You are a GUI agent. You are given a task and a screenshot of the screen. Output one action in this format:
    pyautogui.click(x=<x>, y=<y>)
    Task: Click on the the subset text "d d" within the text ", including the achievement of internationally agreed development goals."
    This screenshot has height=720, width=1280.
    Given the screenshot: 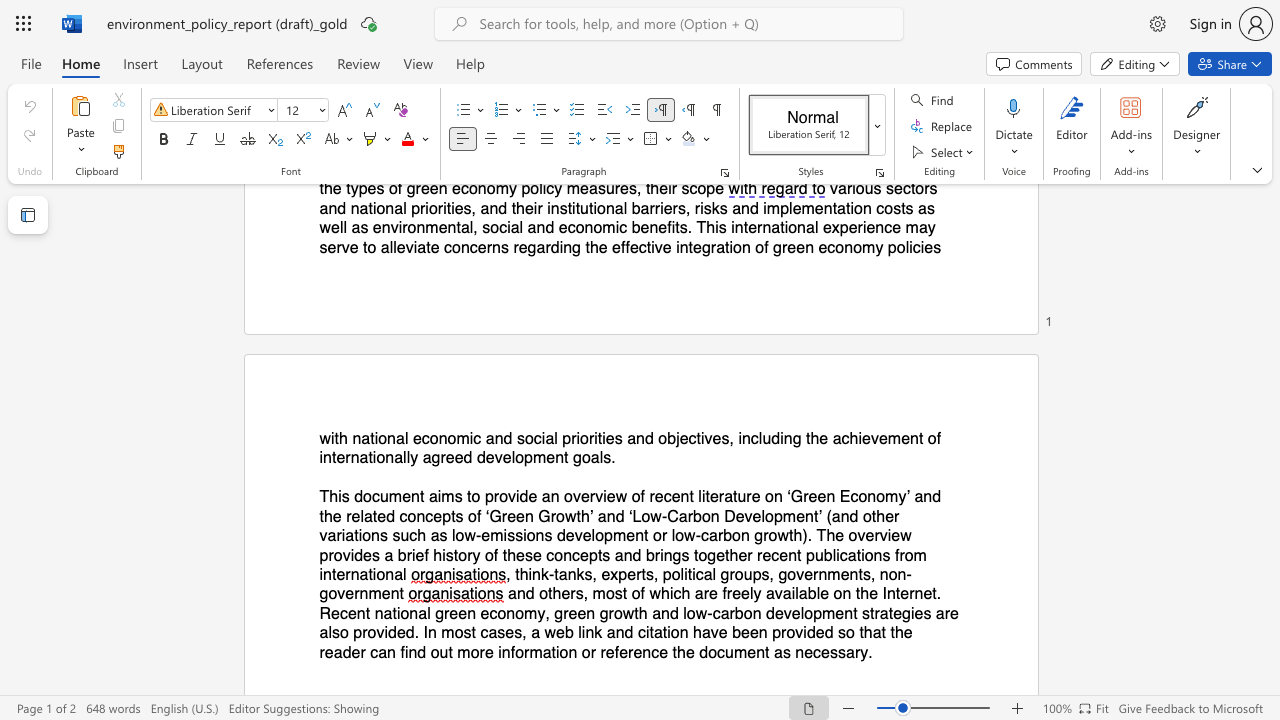 What is the action you would take?
    pyautogui.click(x=462, y=458)
    